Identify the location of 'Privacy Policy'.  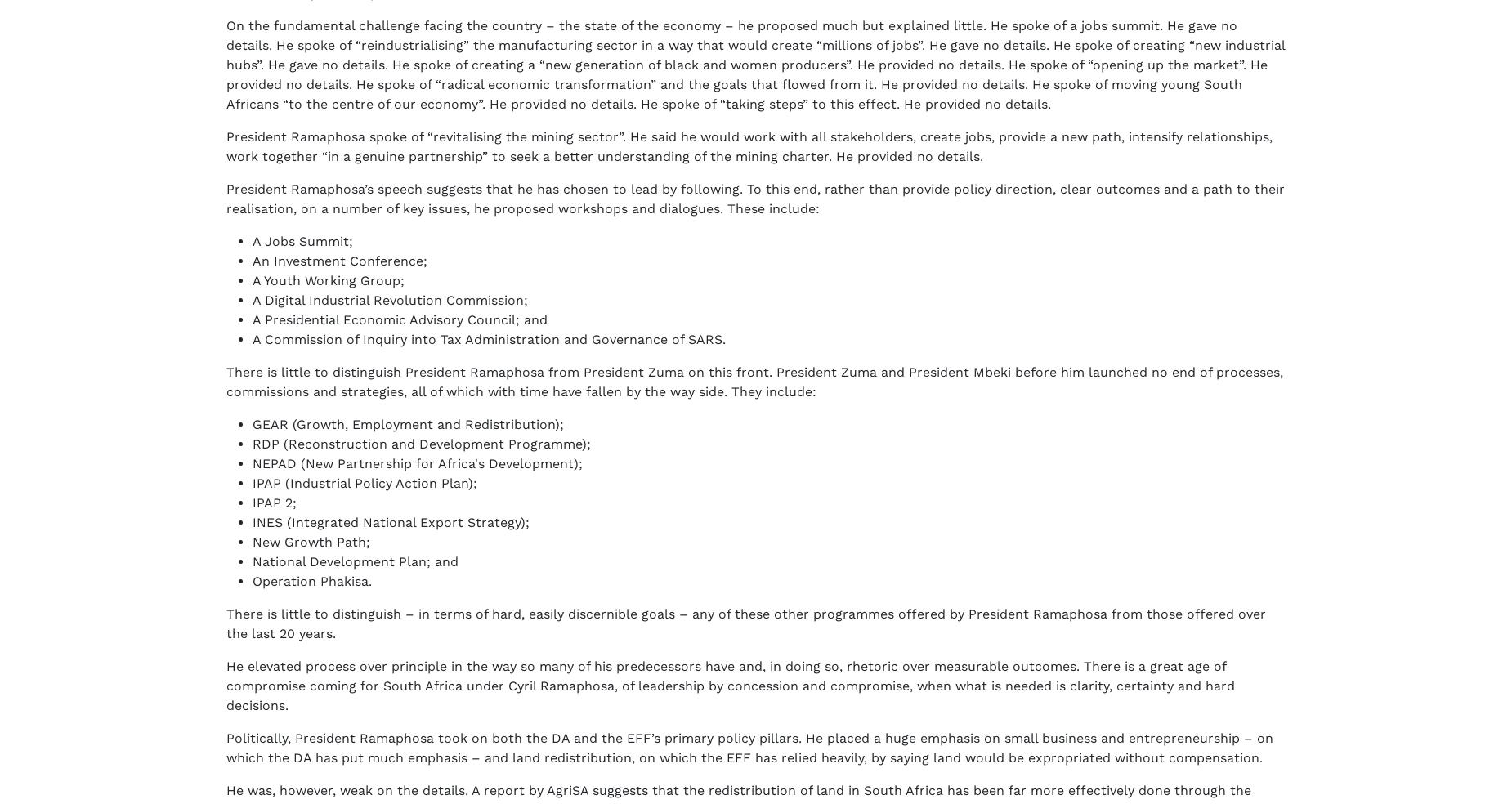
(389, 755).